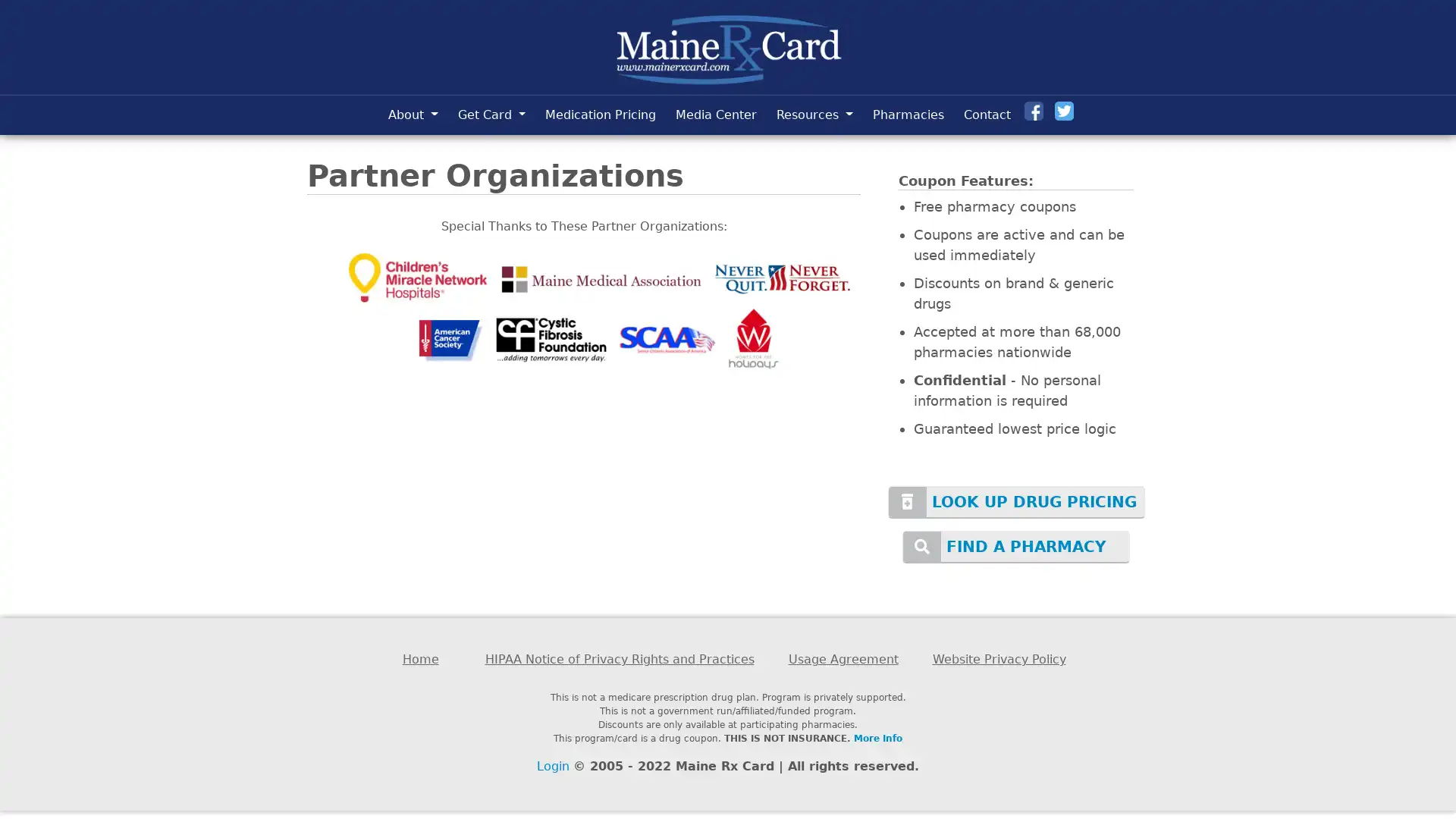  What do you see at coordinates (412, 114) in the screenshot?
I see `About` at bounding box center [412, 114].